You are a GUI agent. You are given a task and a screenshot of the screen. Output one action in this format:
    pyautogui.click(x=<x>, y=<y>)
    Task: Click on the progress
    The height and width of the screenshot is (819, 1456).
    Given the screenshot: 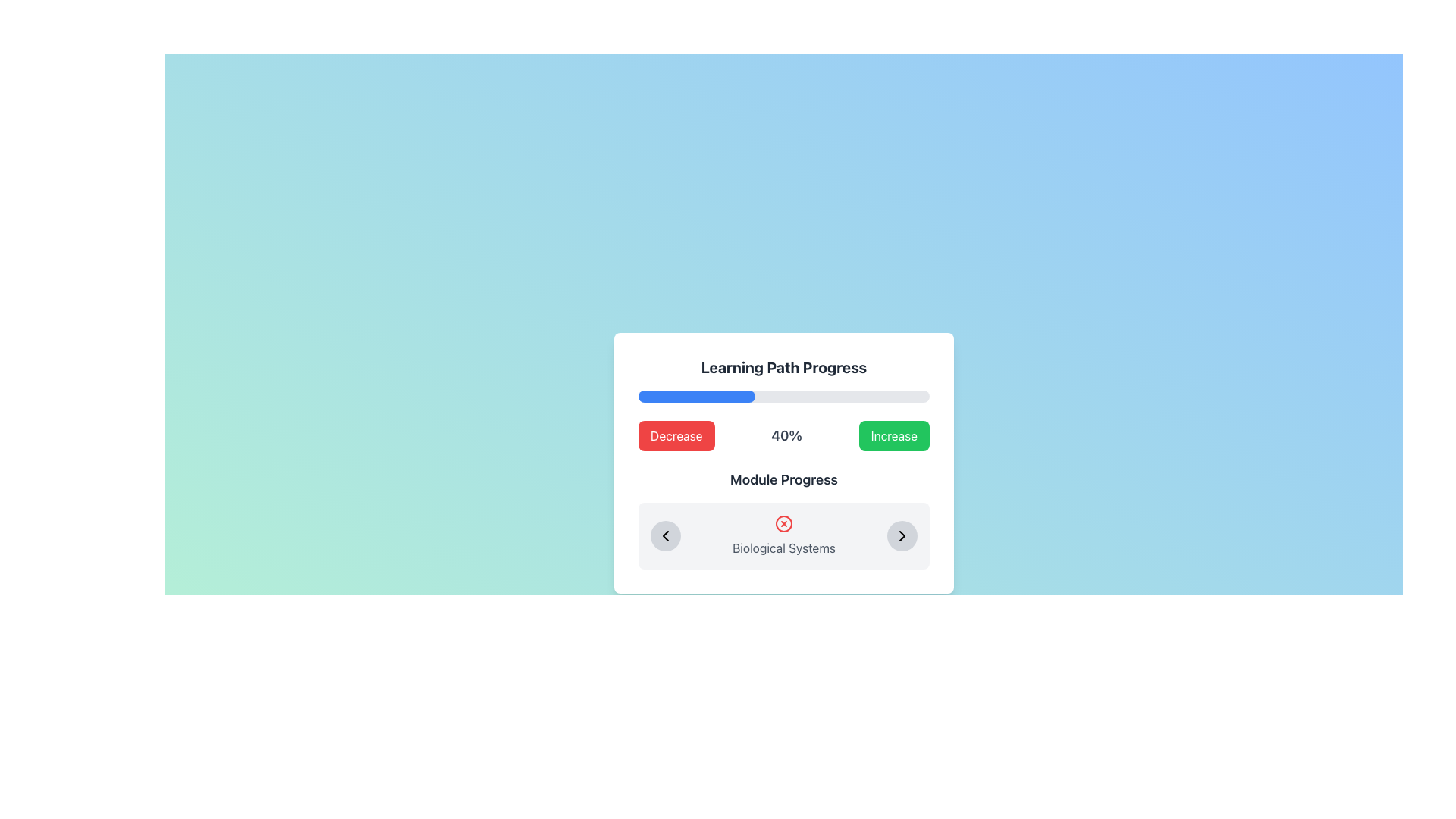 What is the action you would take?
    pyautogui.click(x=792, y=396)
    